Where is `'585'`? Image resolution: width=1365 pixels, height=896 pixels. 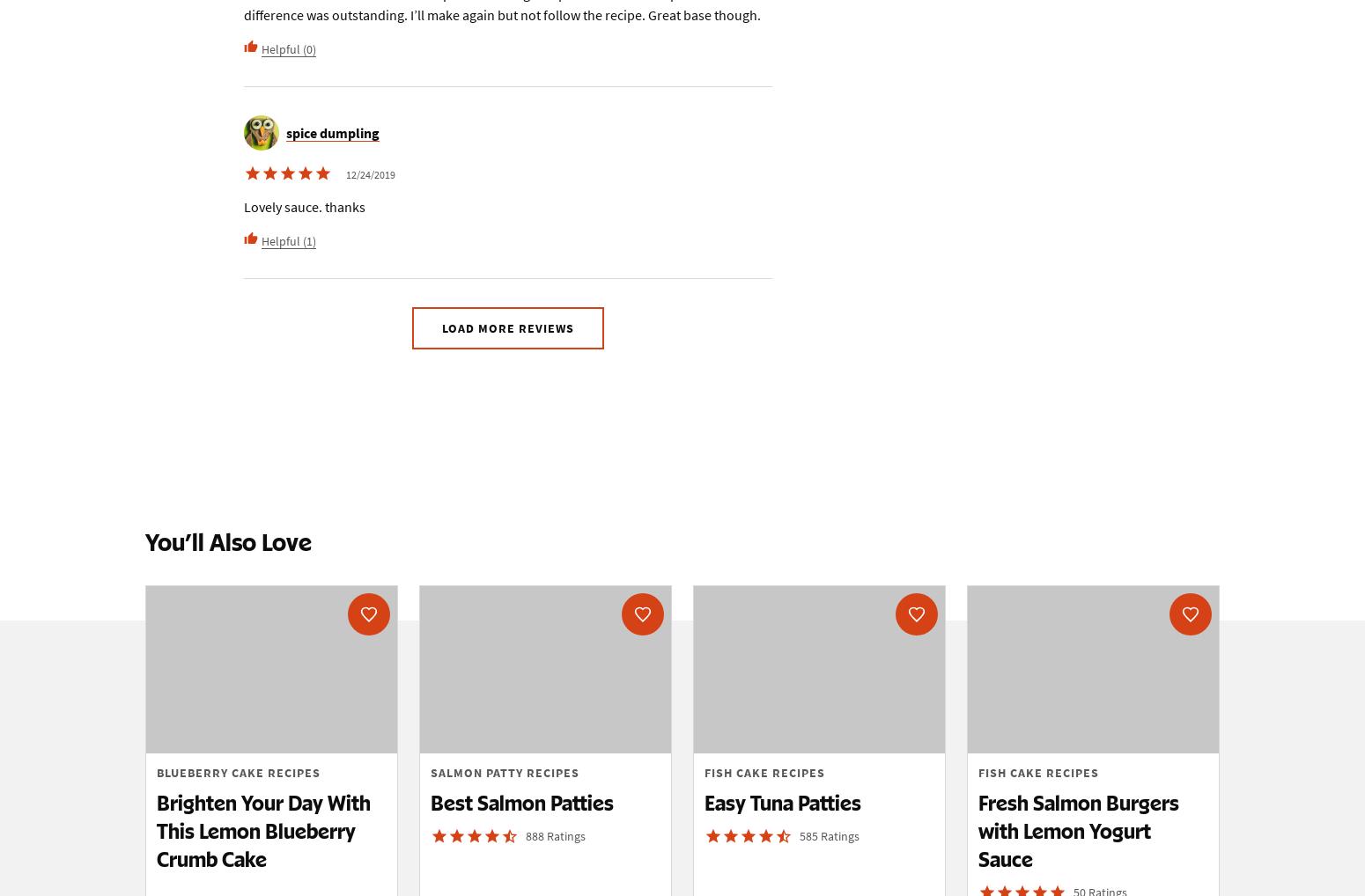 '585' is located at coordinates (809, 834).